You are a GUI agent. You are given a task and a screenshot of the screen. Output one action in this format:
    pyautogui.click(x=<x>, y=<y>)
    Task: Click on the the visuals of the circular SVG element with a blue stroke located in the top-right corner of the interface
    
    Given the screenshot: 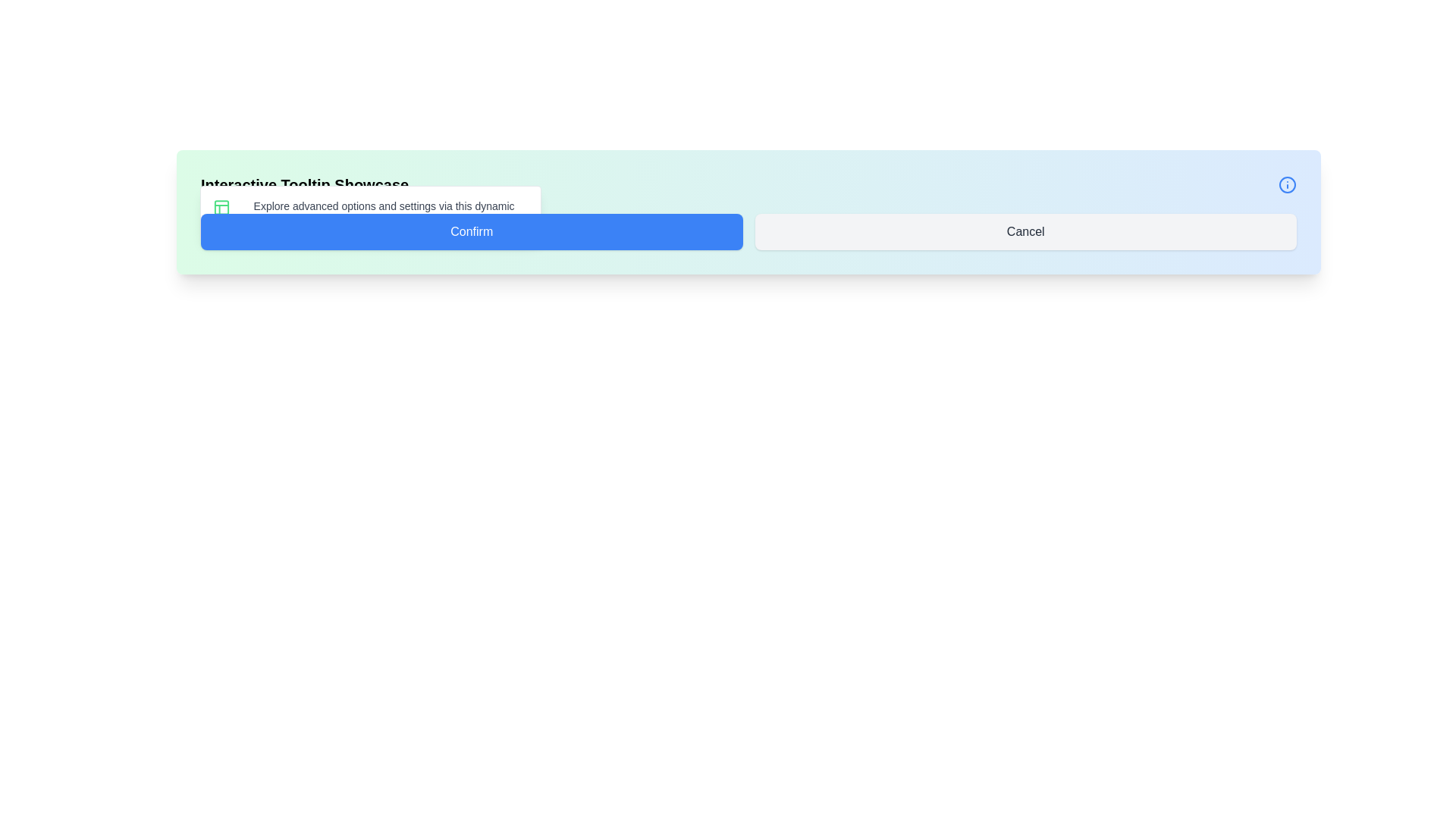 What is the action you would take?
    pyautogui.click(x=1287, y=184)
    